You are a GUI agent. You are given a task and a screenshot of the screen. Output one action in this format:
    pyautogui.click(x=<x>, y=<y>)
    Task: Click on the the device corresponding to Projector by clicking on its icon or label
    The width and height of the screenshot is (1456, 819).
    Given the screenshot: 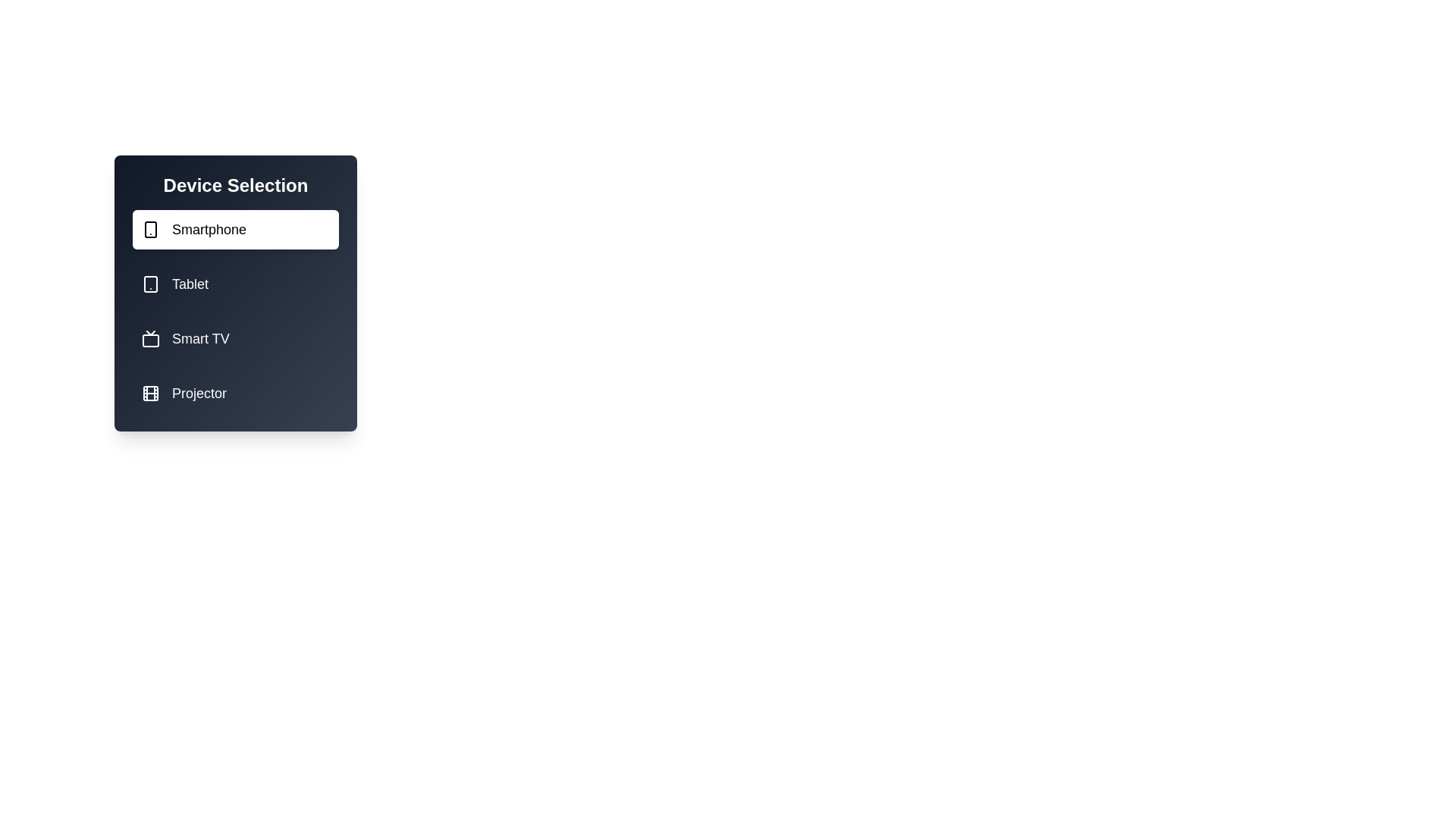 What is the action you would take?
    pyautogui.click(x=235, y=393)
    